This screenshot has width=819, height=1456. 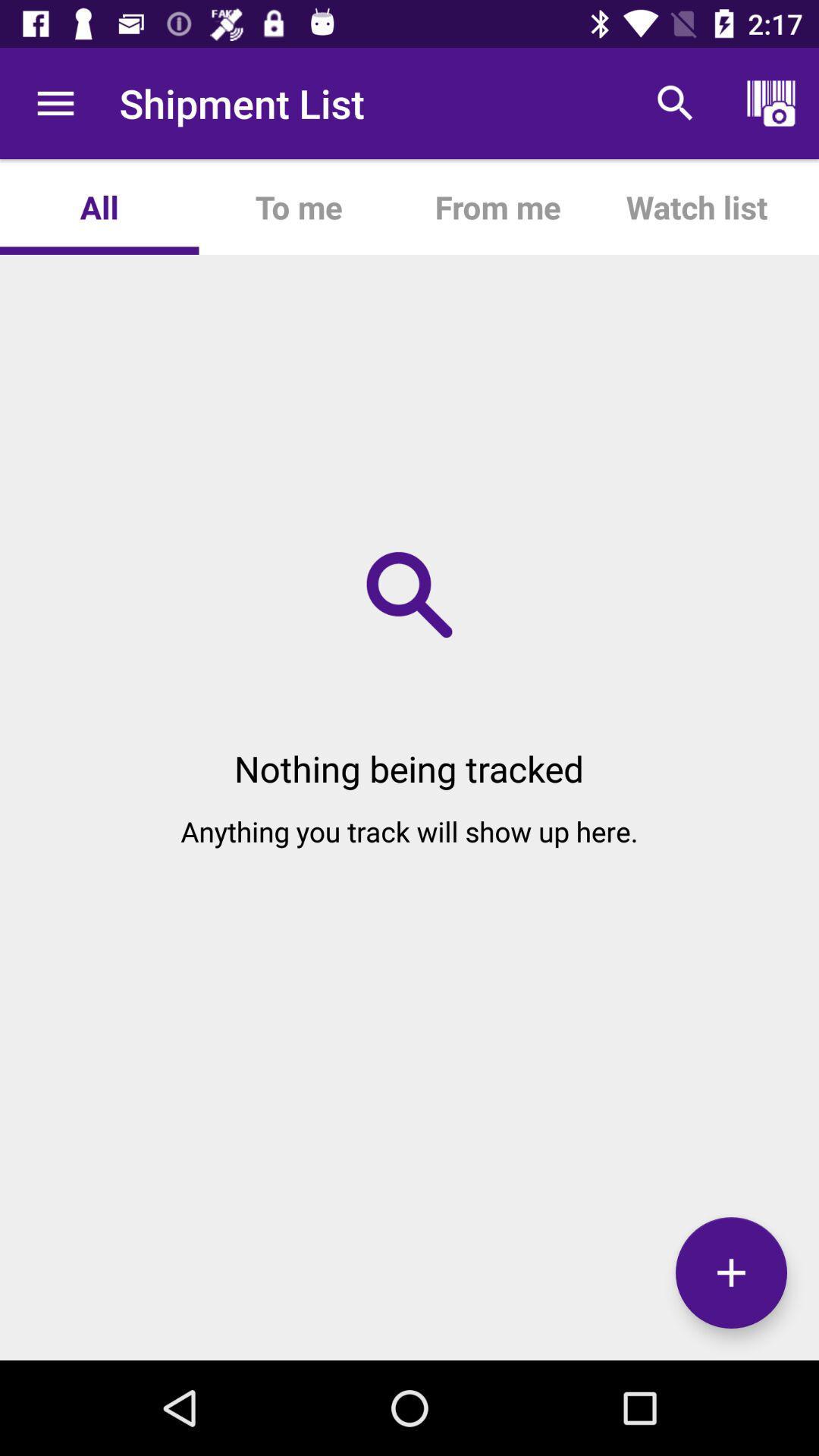 I want to click on app next to the shipment list, so click(x=55, y=102).